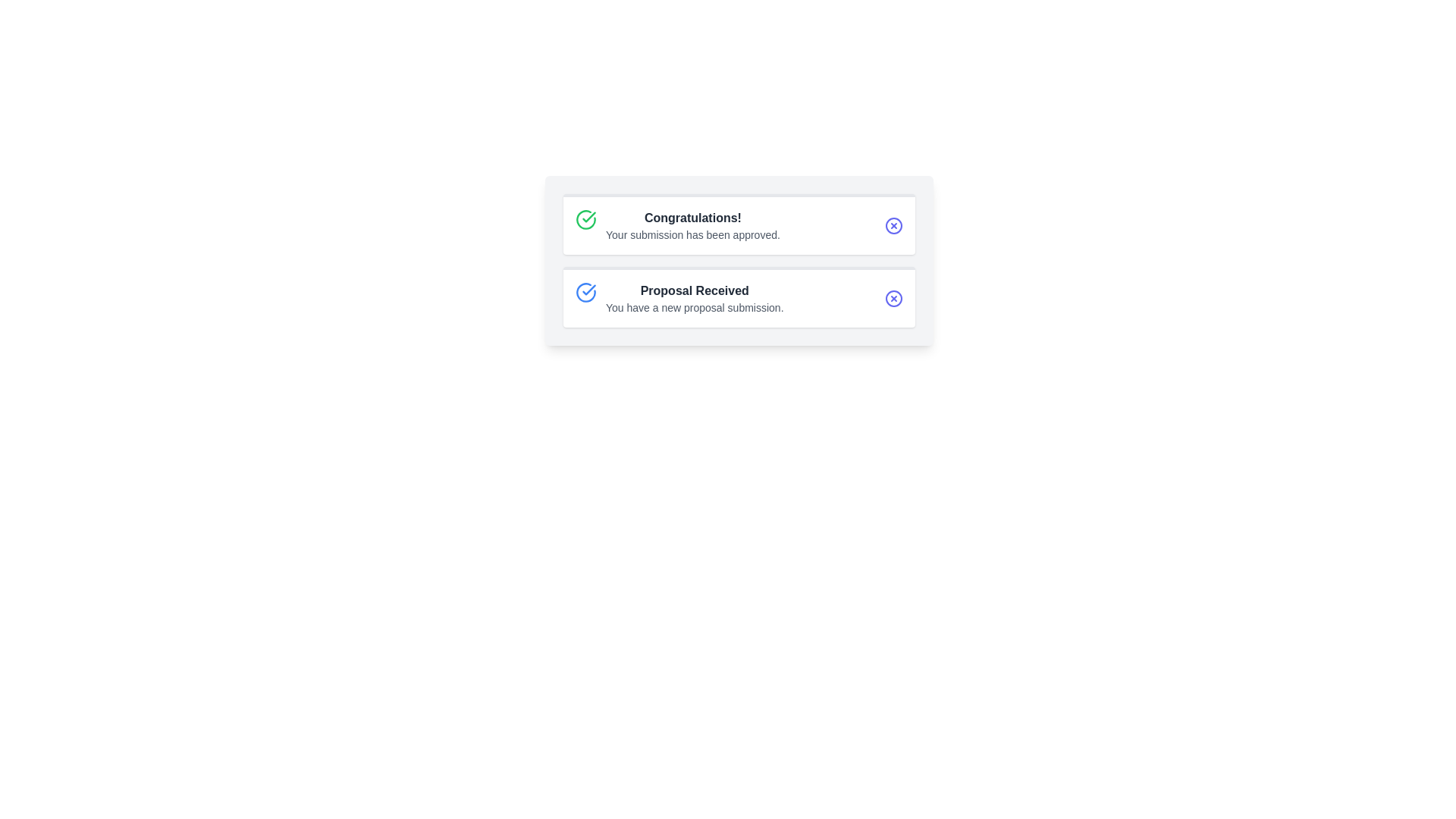 The height and width of the screenshot is (819, 1456). I want to click on the circular dismiss button with a cross symbol in the 'Proposal Received' notification card, so click(894, 298).